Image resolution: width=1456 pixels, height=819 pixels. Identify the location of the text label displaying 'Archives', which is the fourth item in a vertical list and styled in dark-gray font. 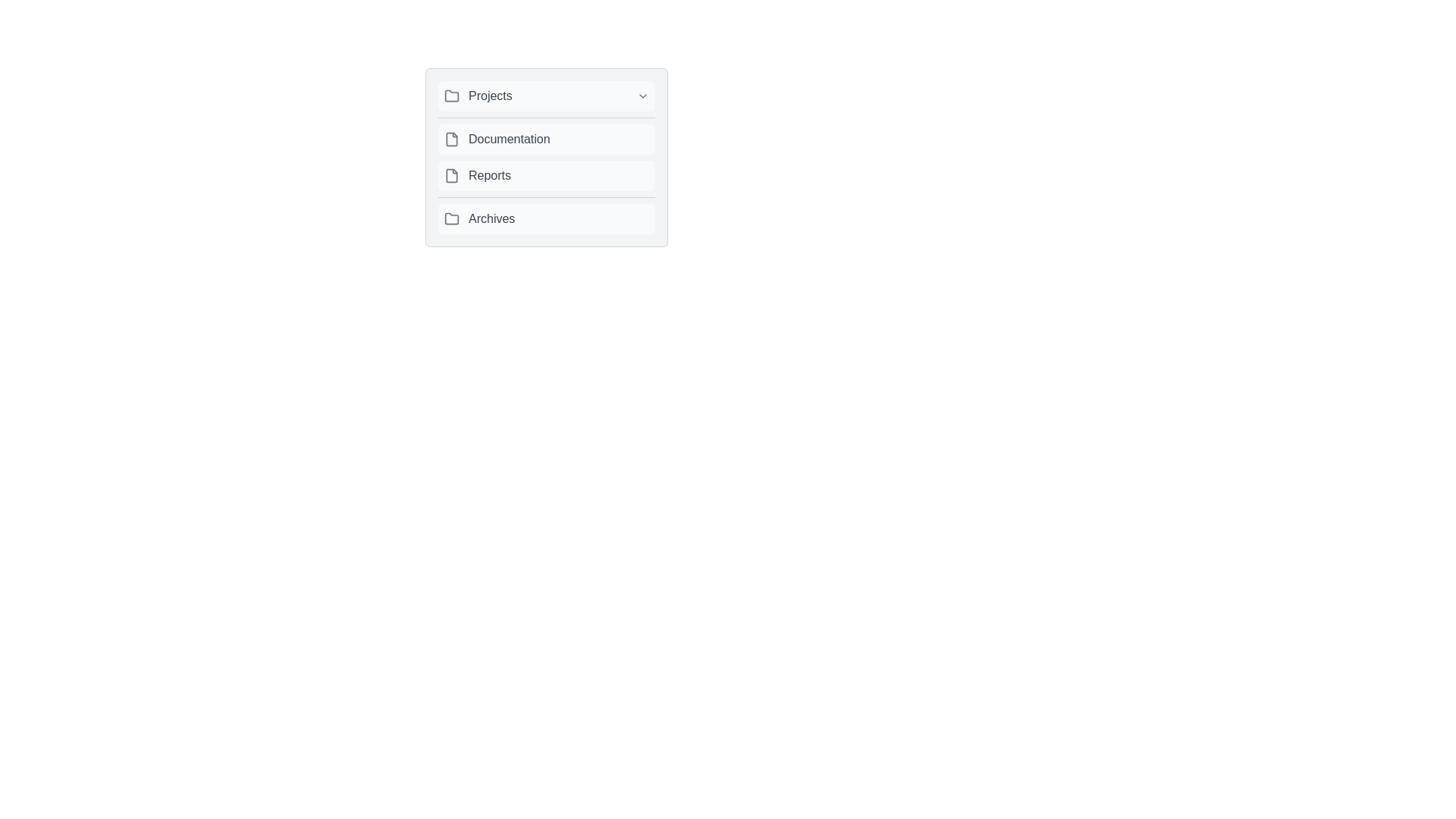
(491, 219).